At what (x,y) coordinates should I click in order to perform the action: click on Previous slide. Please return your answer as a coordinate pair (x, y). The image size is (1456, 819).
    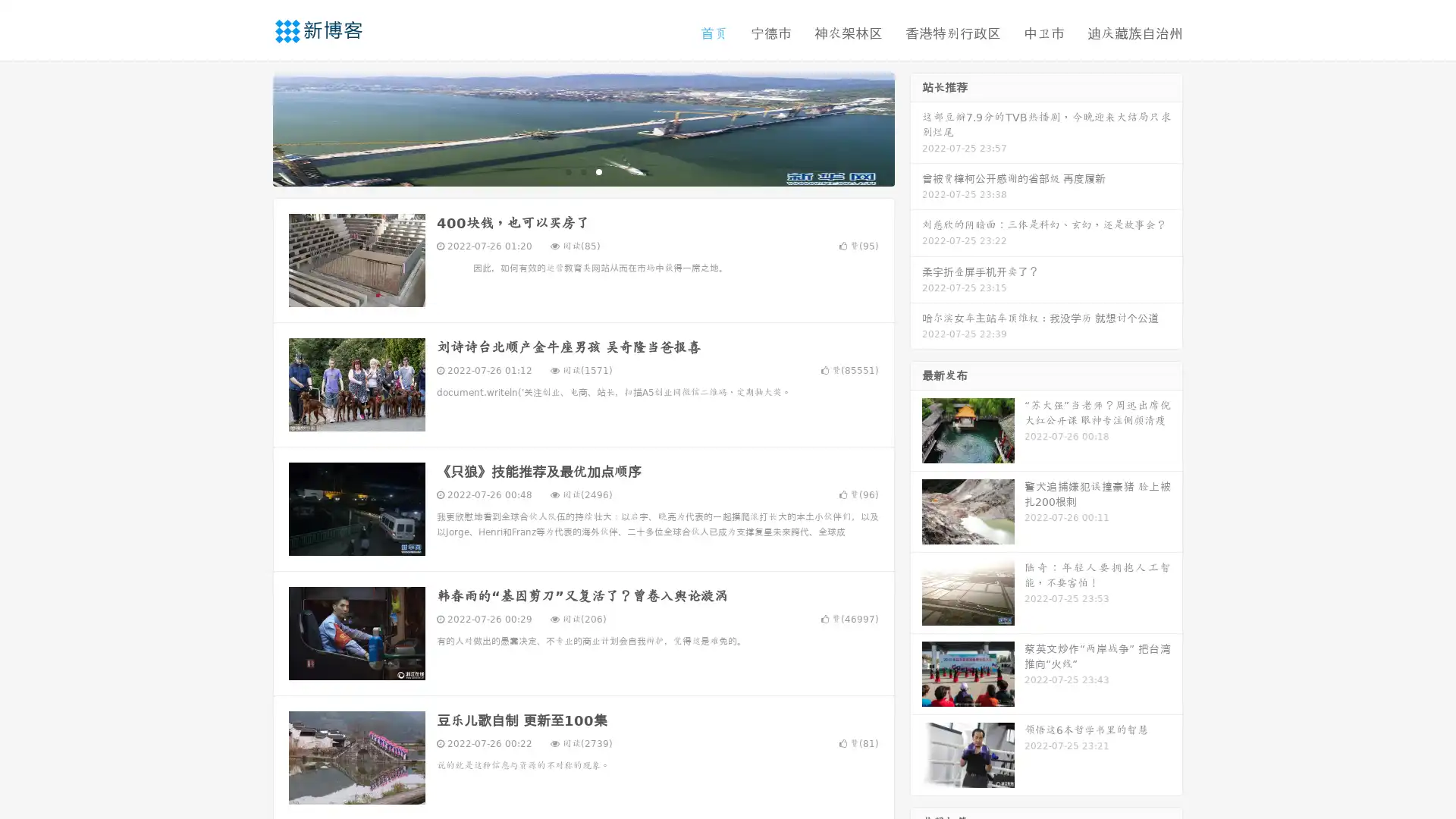
    Looking at the image, I should click on (250, 127).